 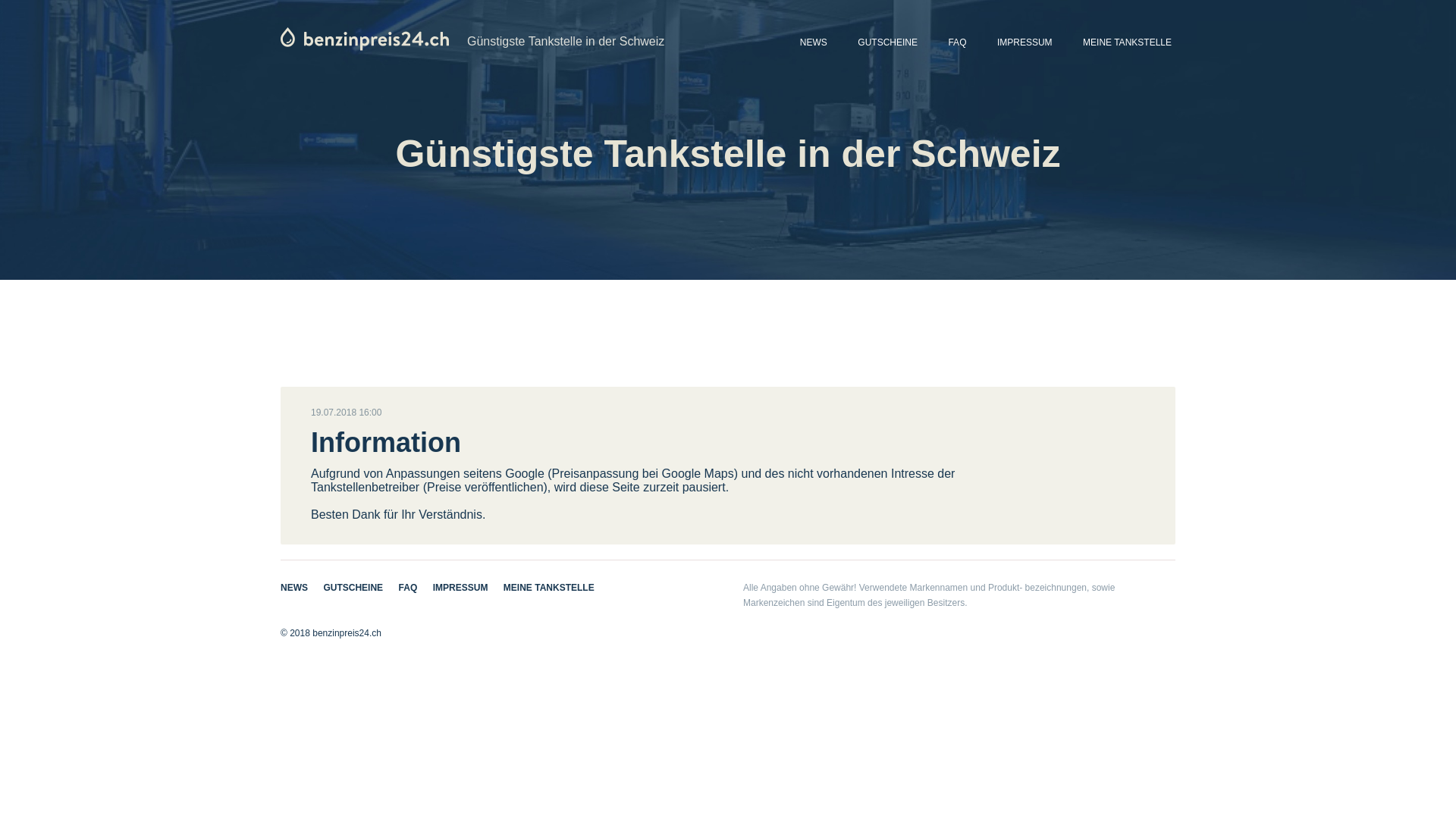 I want to click on 'MEINE TANKSTELLE', so click(x=1127, y=42).